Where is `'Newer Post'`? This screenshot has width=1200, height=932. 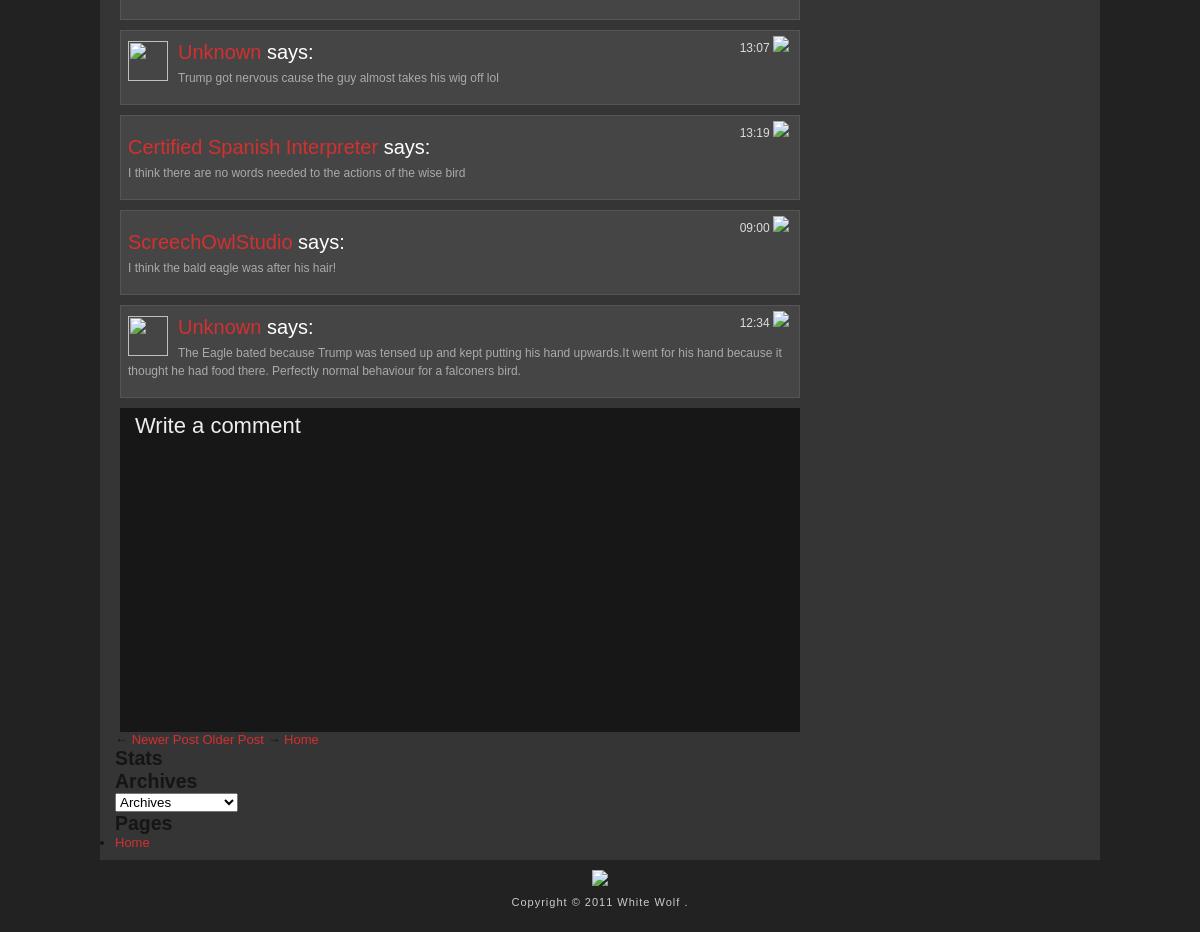 'Newer Post' is located at coordinates (163, 737).